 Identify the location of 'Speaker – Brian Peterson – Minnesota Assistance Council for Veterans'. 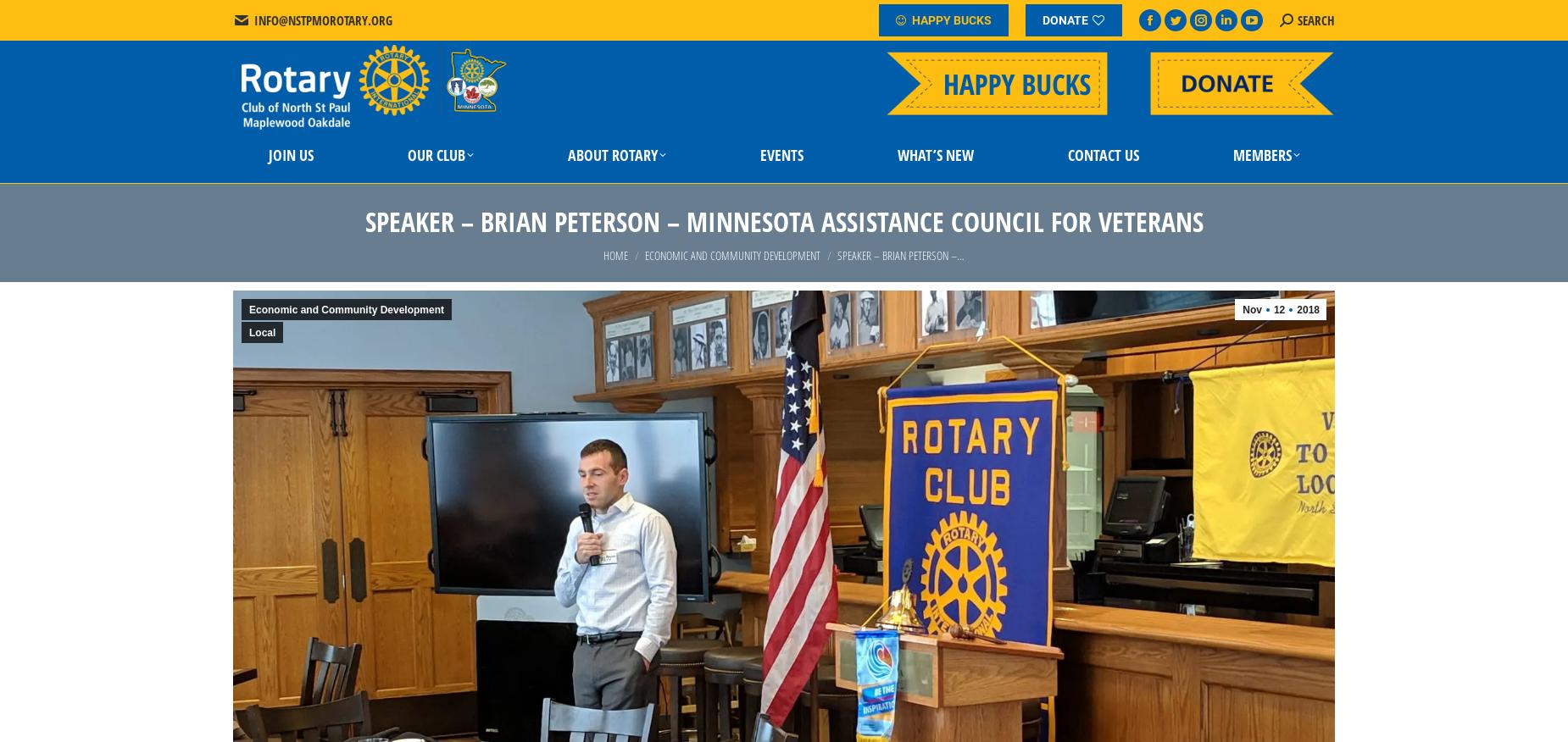
(783, 220).